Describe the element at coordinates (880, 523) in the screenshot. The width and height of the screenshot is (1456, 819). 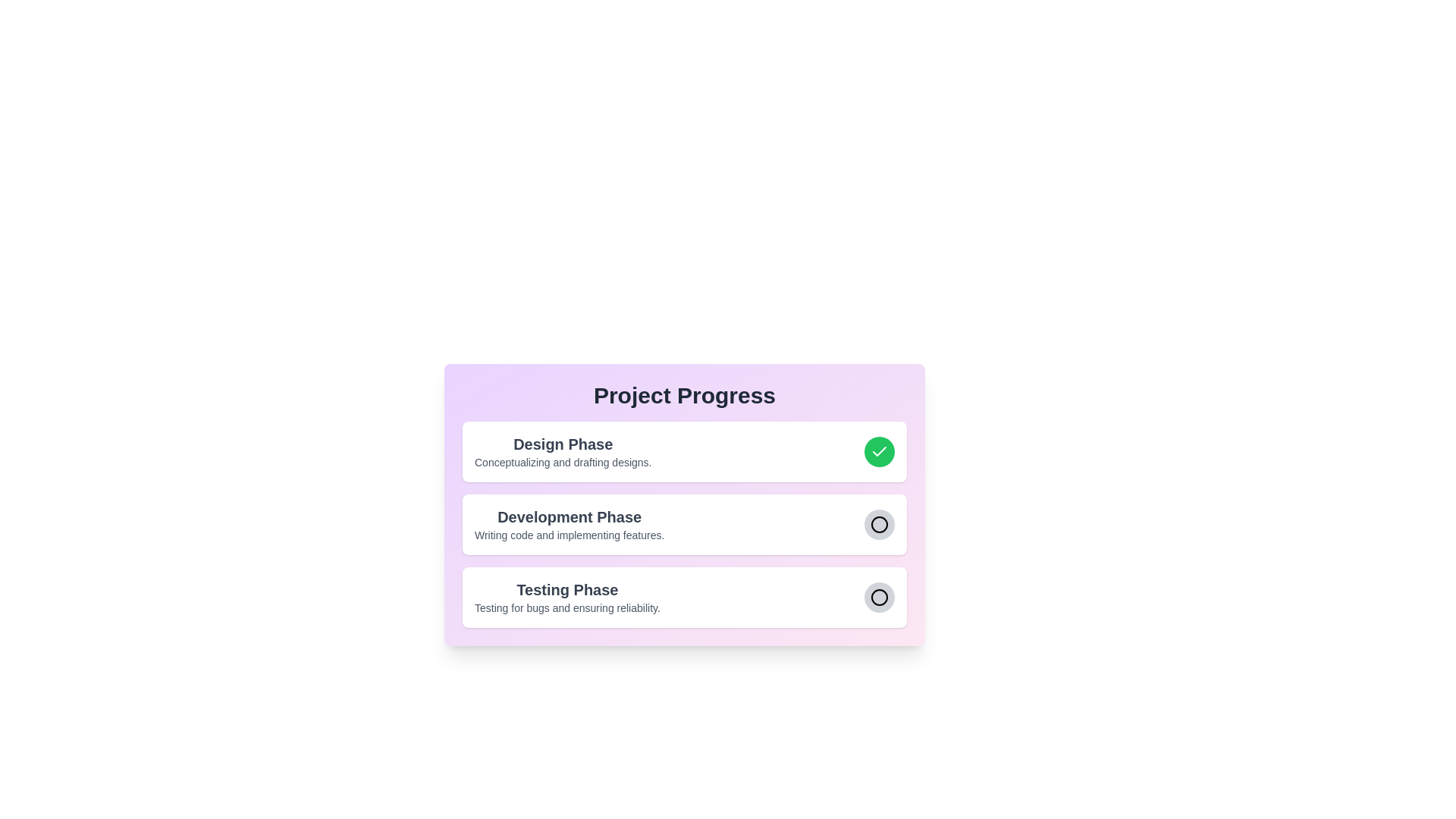
I see `the circular SVG icon with a black stroke outline, located in the center-right of the 'Development Phase' row` at that location.